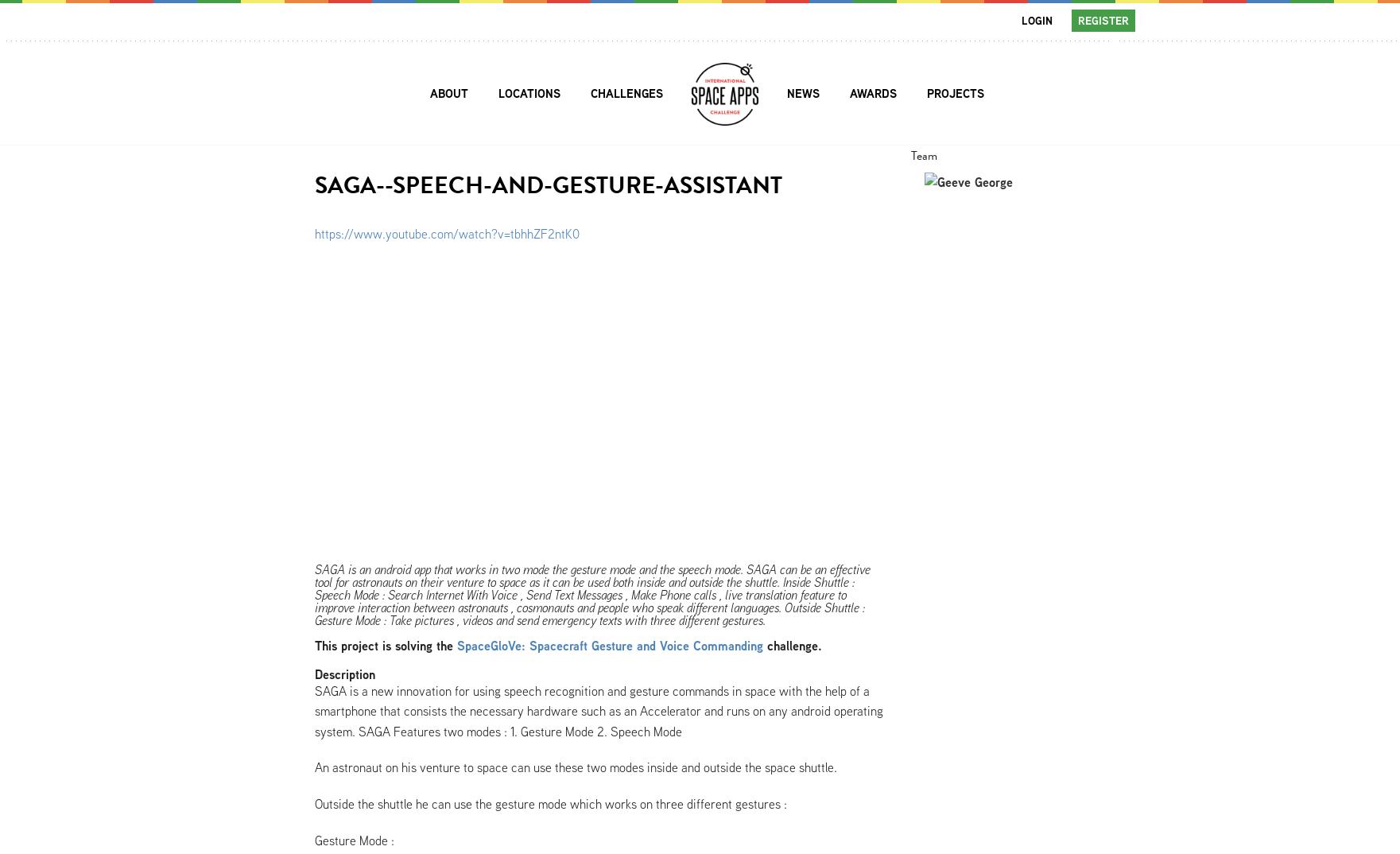 The image size is (1400, 854). Describe the element at coordinates (353, 840) in the screenshot. I see `'Gesture Mode :'` at that location.